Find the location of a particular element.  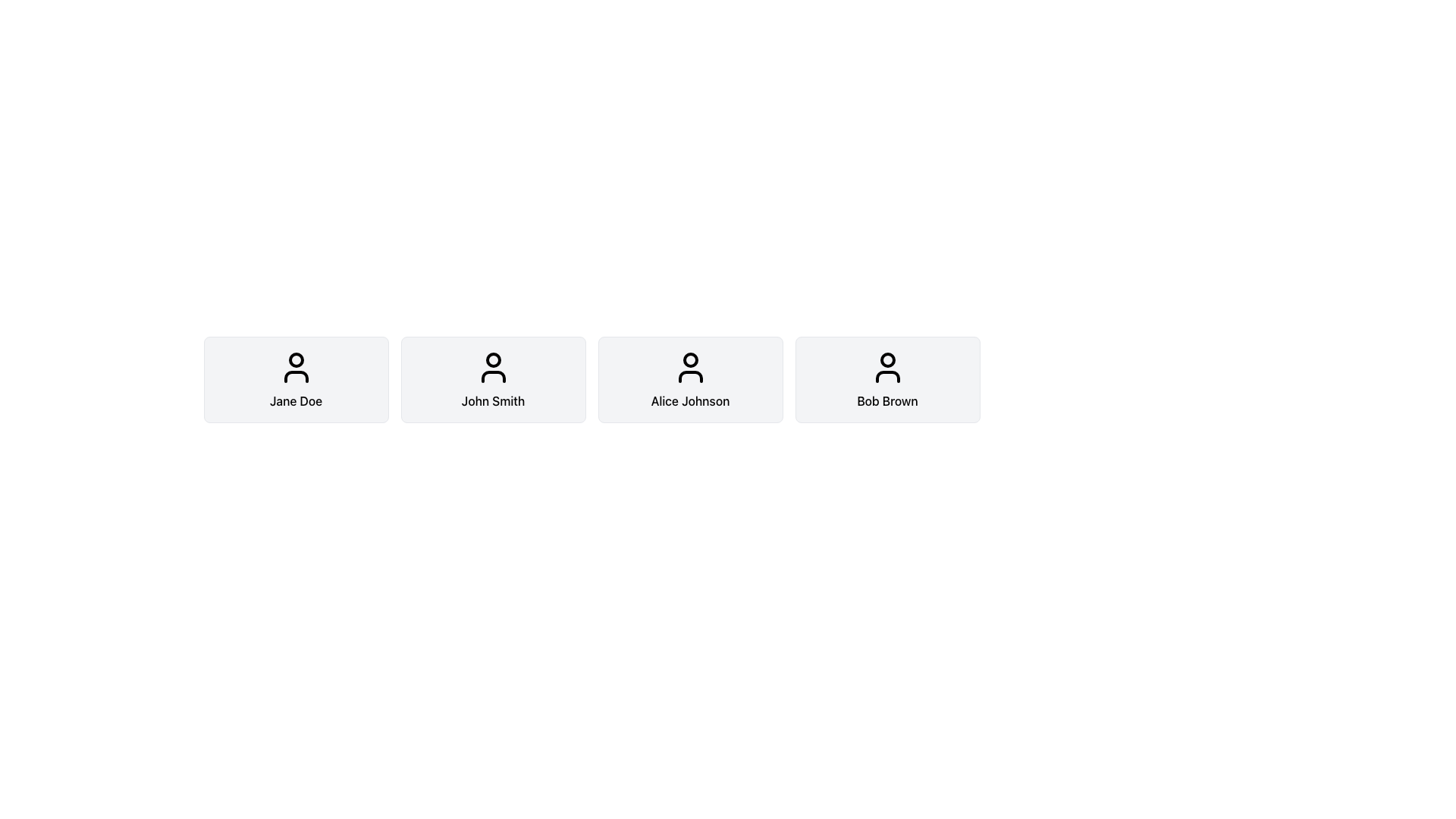

the text label displaying the name 'Bob Brown' located at the bottom of the fourth card from the left in a horizontal group of card components is located at coordinates (887, 400).